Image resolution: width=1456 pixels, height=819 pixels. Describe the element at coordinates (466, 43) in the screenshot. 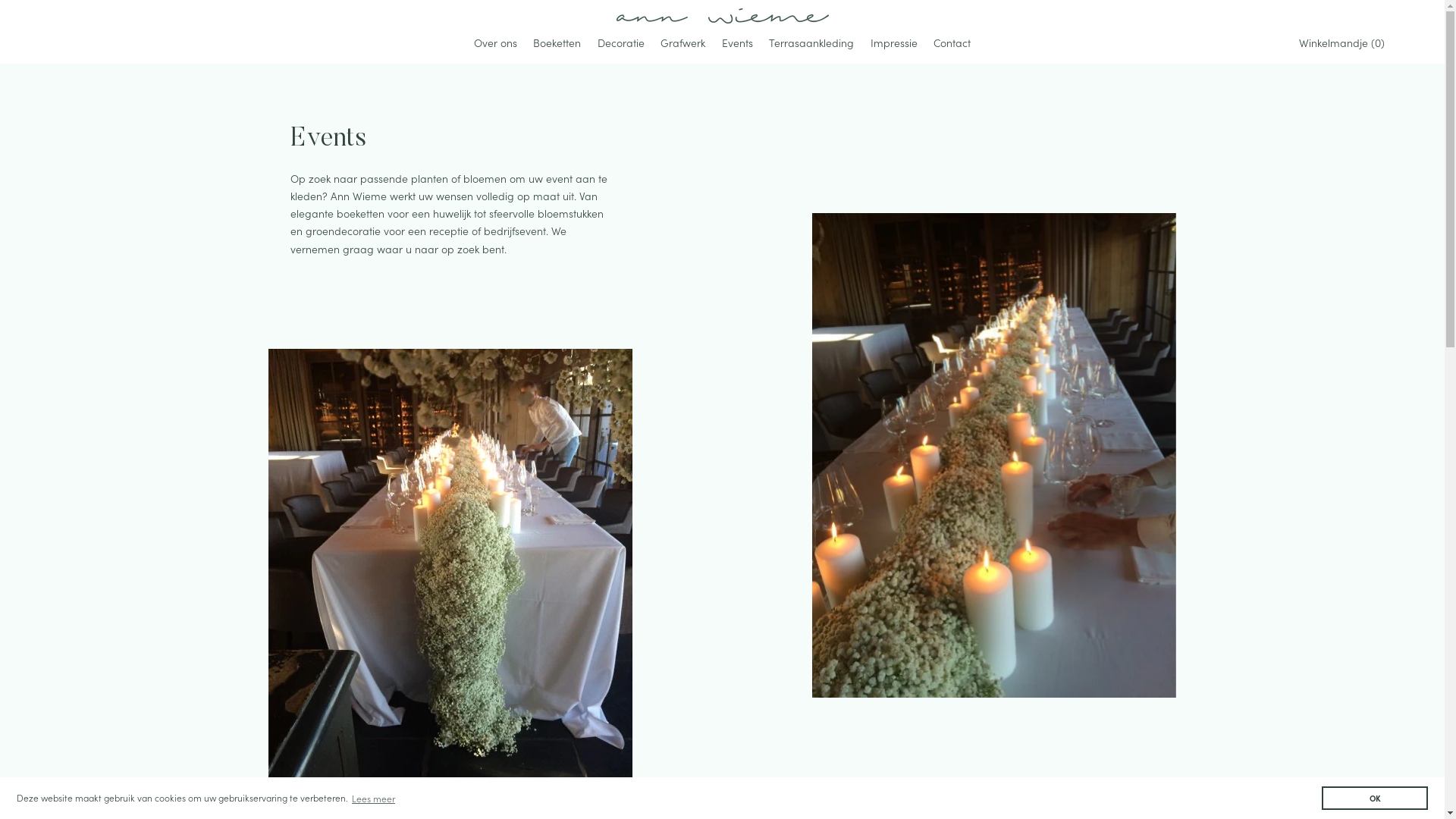

I see `'Over ons'` at that location.